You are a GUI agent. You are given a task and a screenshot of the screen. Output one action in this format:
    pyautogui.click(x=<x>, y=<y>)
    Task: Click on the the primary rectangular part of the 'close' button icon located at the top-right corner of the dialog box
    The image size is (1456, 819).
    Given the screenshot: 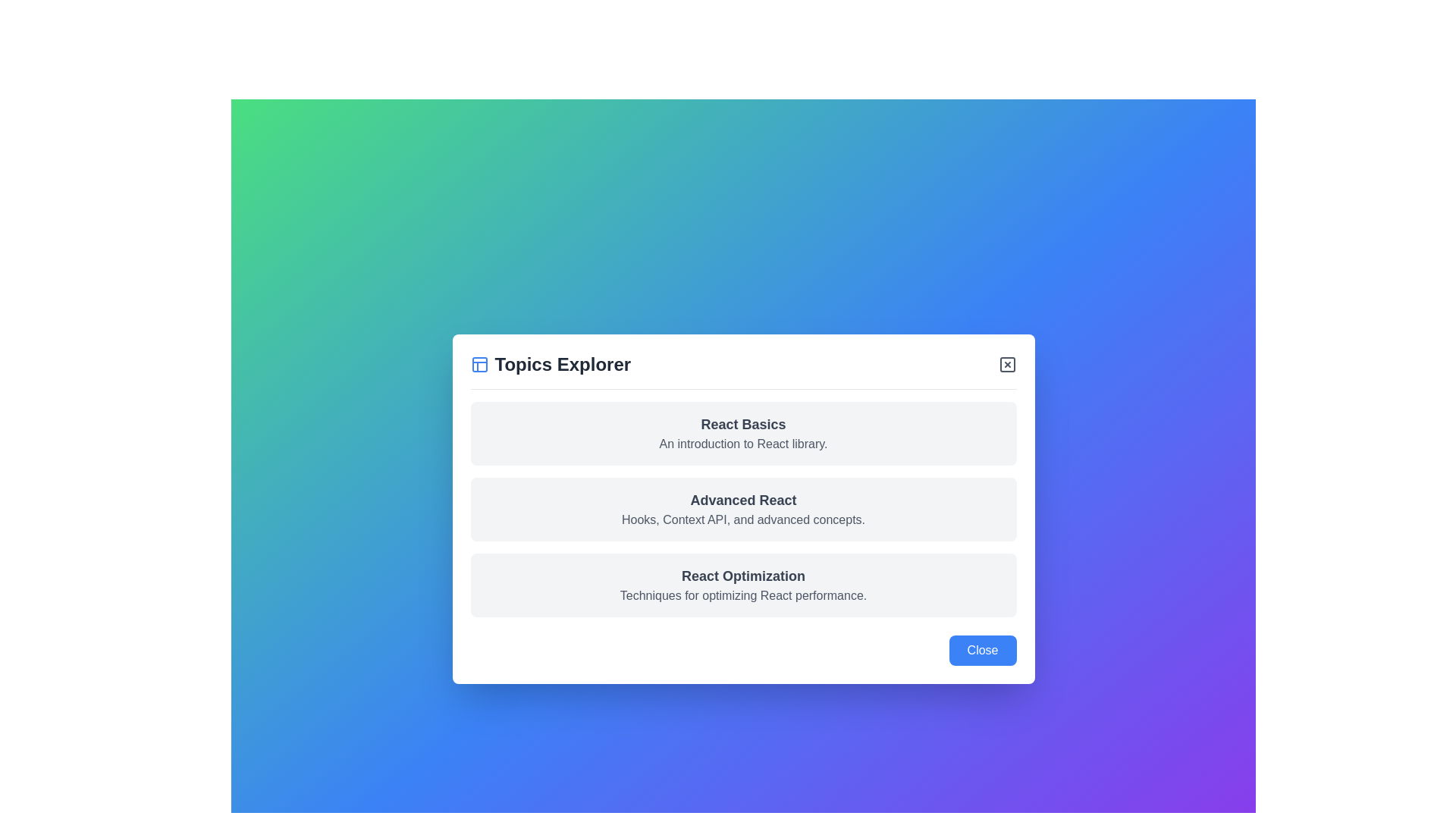 What is the action you would take?
    pyautogui.click(x=1007, y=364)
    